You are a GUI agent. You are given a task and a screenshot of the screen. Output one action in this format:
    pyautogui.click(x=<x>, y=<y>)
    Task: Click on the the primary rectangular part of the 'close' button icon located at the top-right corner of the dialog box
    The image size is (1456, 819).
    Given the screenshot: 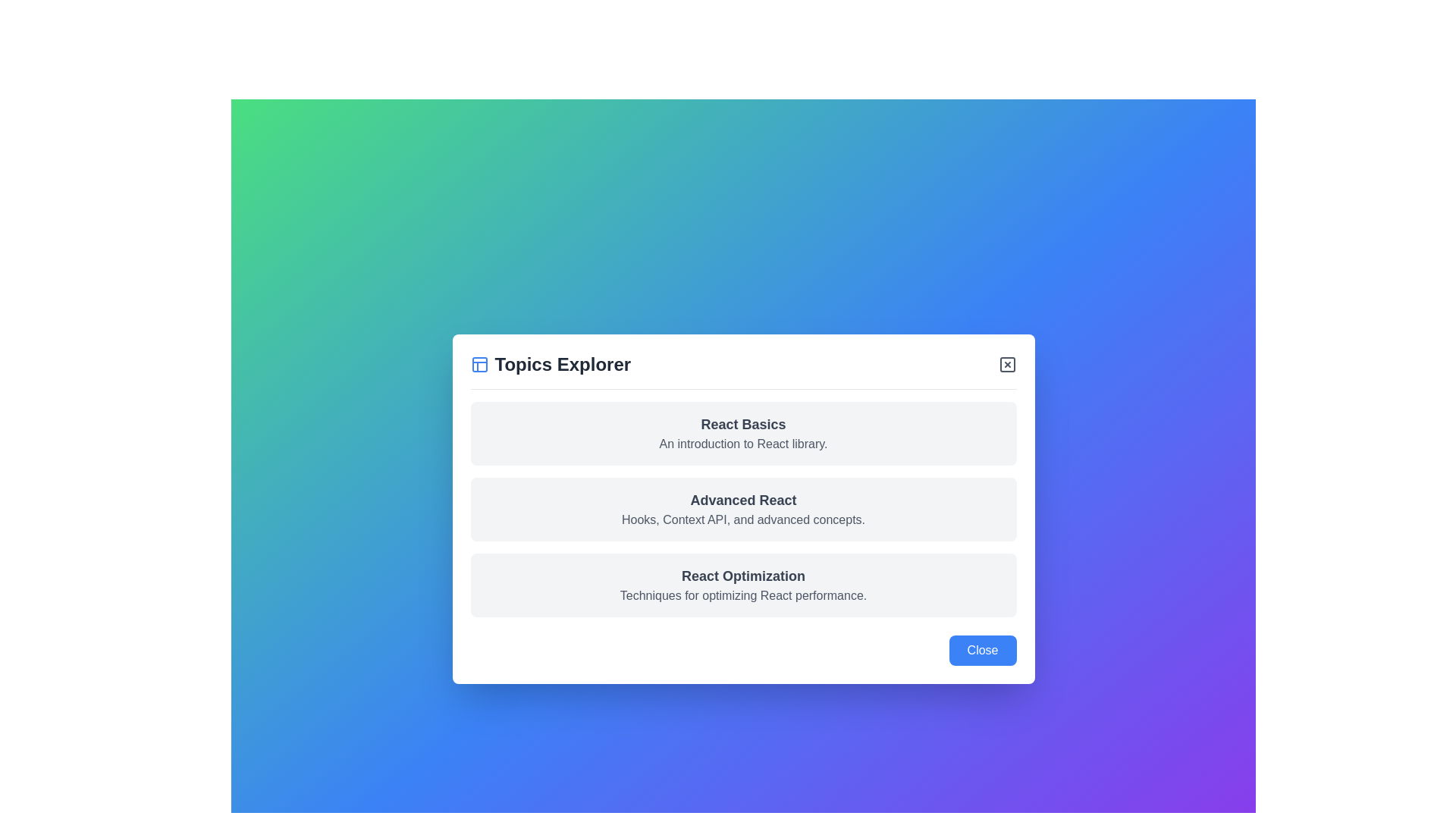 What is the action you would take?
    pyautogui.click(x=1007, y=364)
    